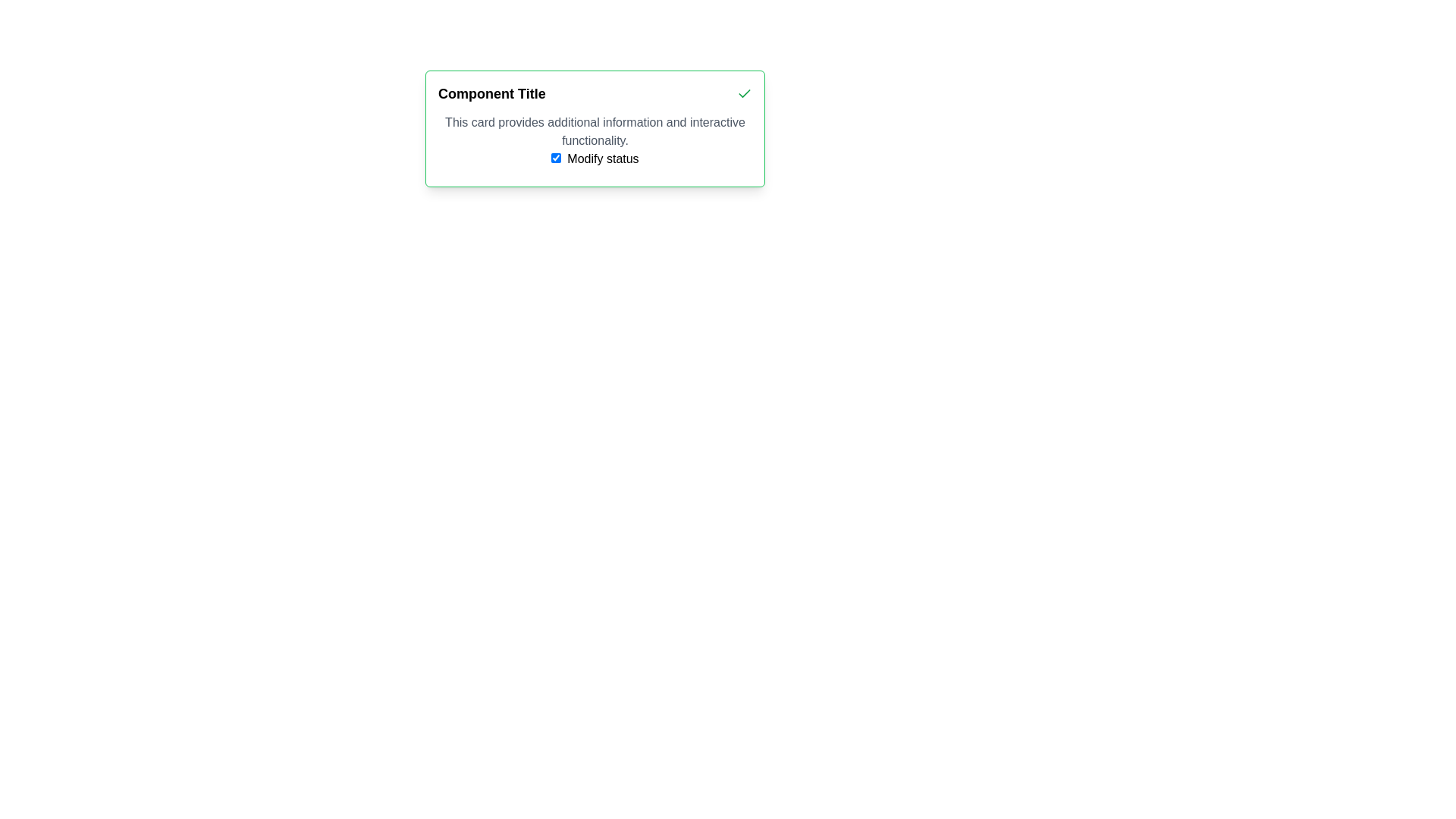  What do you see at coordinates (602, 158) in the screenshot?
I see `the label that identifies the checkbox functionality, which is positioned to the right of the checkbox in the second row of a card component` at bounding box center [602, 158].